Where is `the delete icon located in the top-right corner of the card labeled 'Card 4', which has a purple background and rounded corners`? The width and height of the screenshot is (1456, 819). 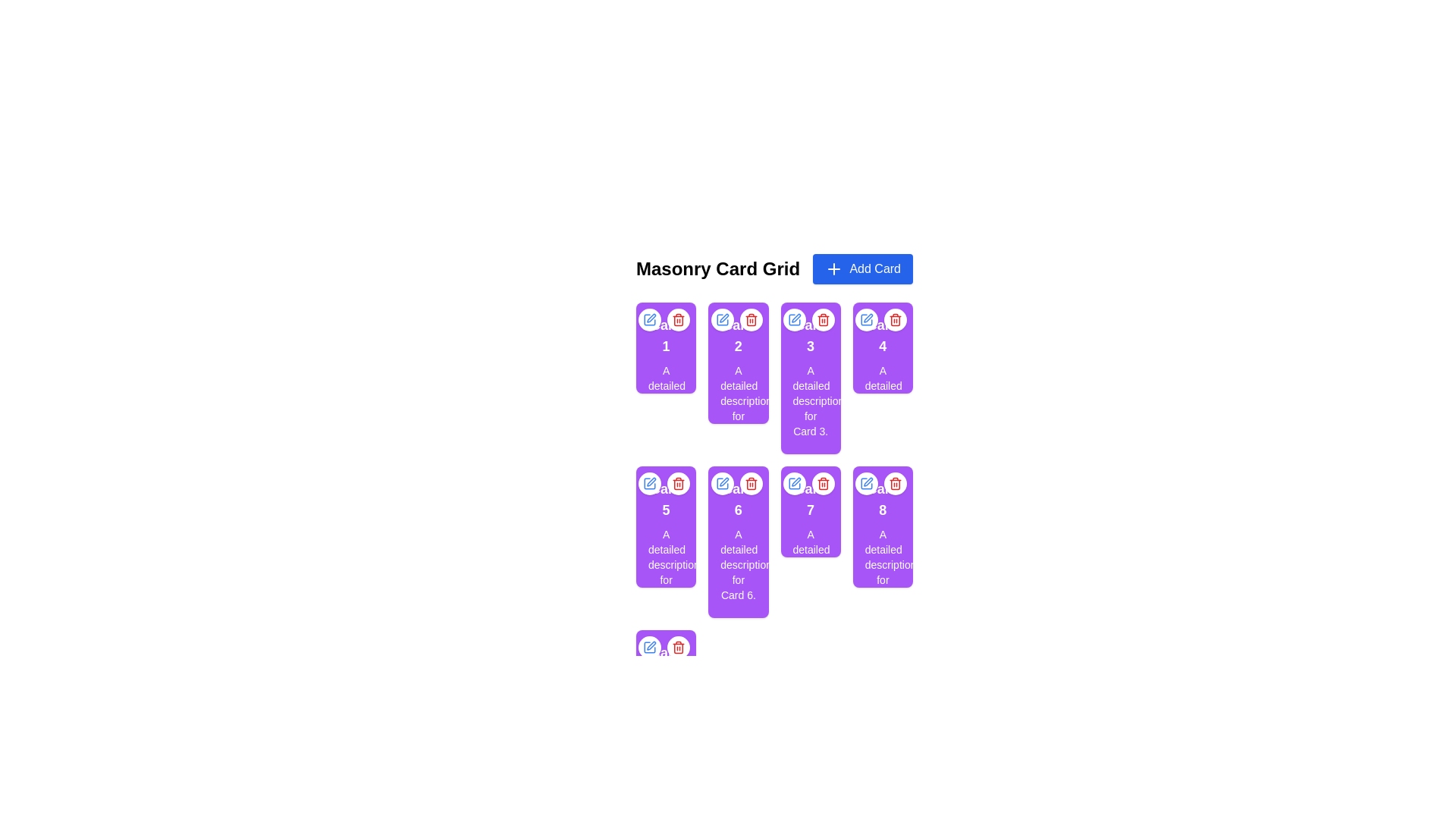 the delete icon located in the top-right corner of the card labeled 'Card 4', which has a purple background and rounded corners is located at coordinates (883, 348).